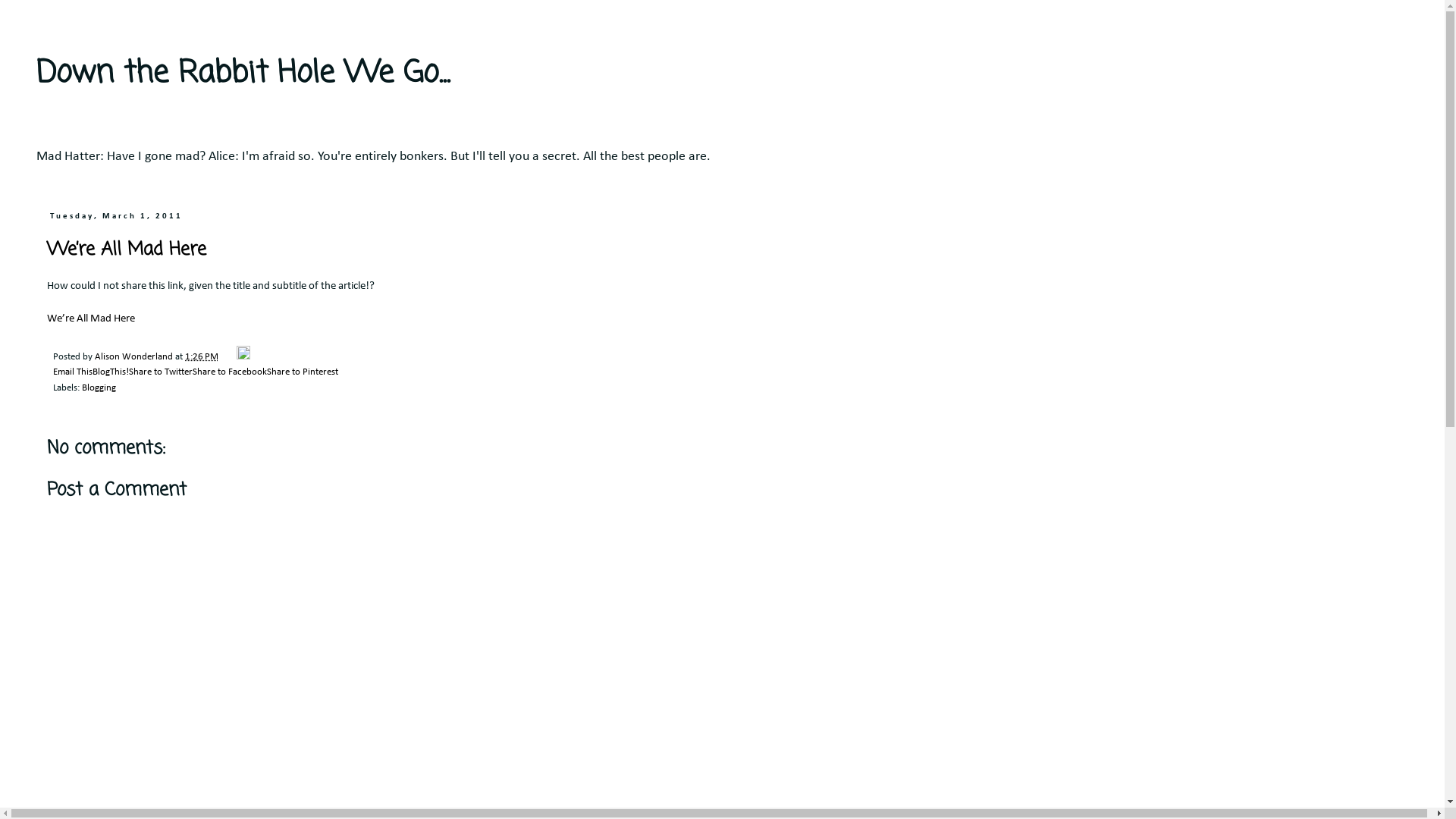 This screenshot has height=819, width=1456. What do you see at coordinates (134, 356) in the screenshot?
I see `'Alison Wonderland'` at bounding box center [134, 356].